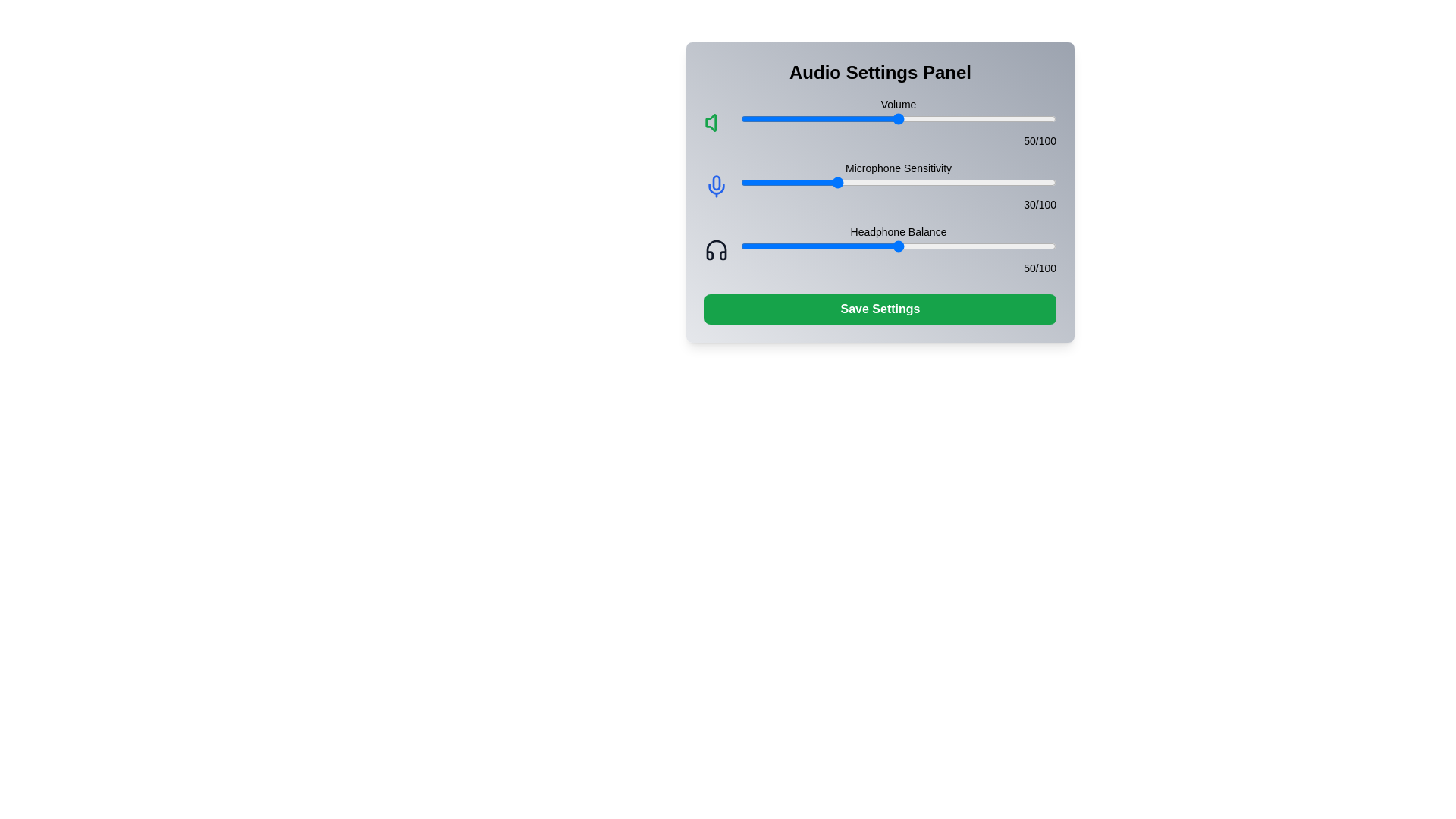 The height and width of the screenshot is (819, 1456). Describe the element at coordinates (831, 245) in the screenshot. I see `headphone balance` at that location.